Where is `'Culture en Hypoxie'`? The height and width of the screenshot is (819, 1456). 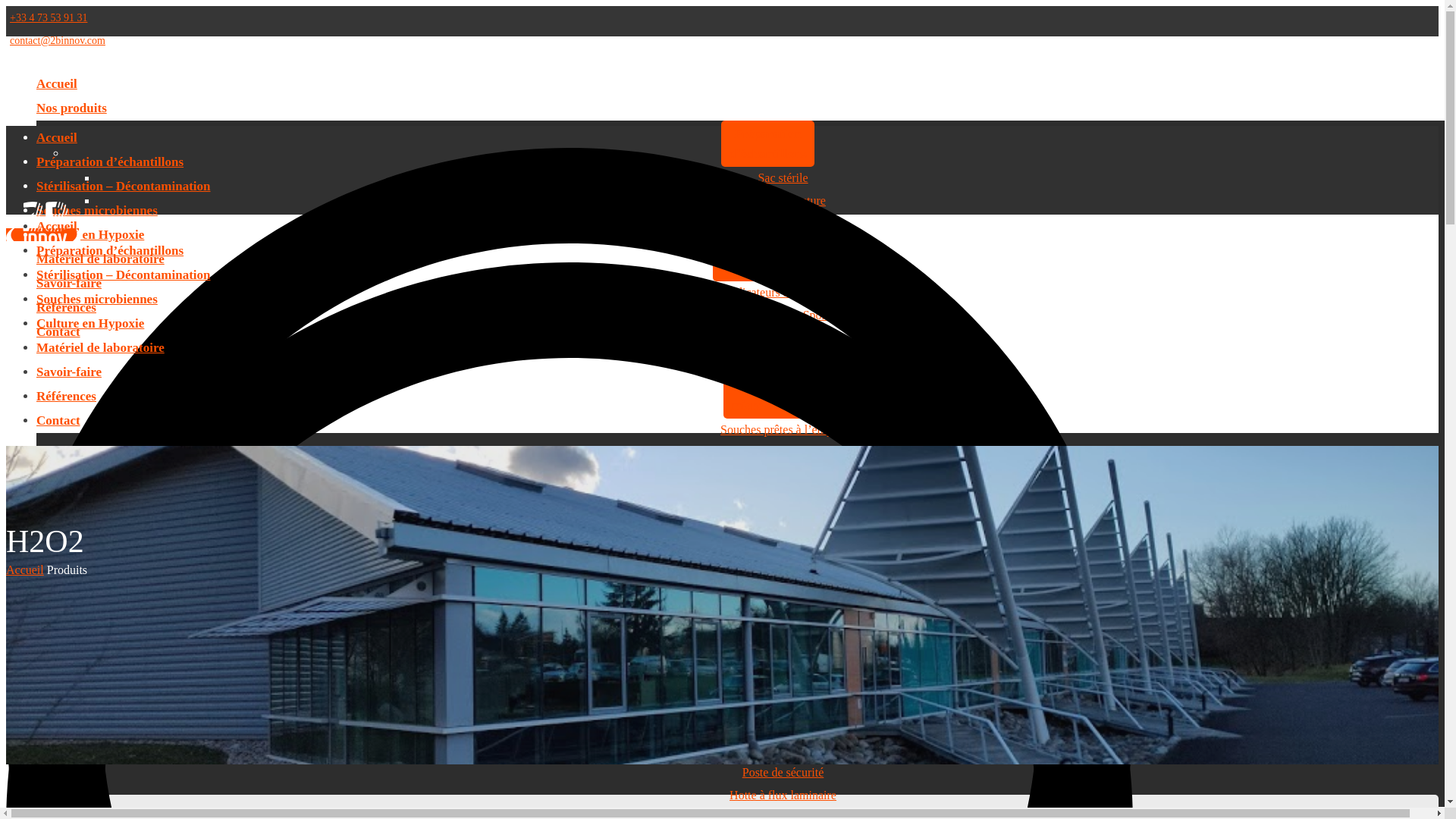
'Culture en Hypoxie' is located at coordinates (89, 322).